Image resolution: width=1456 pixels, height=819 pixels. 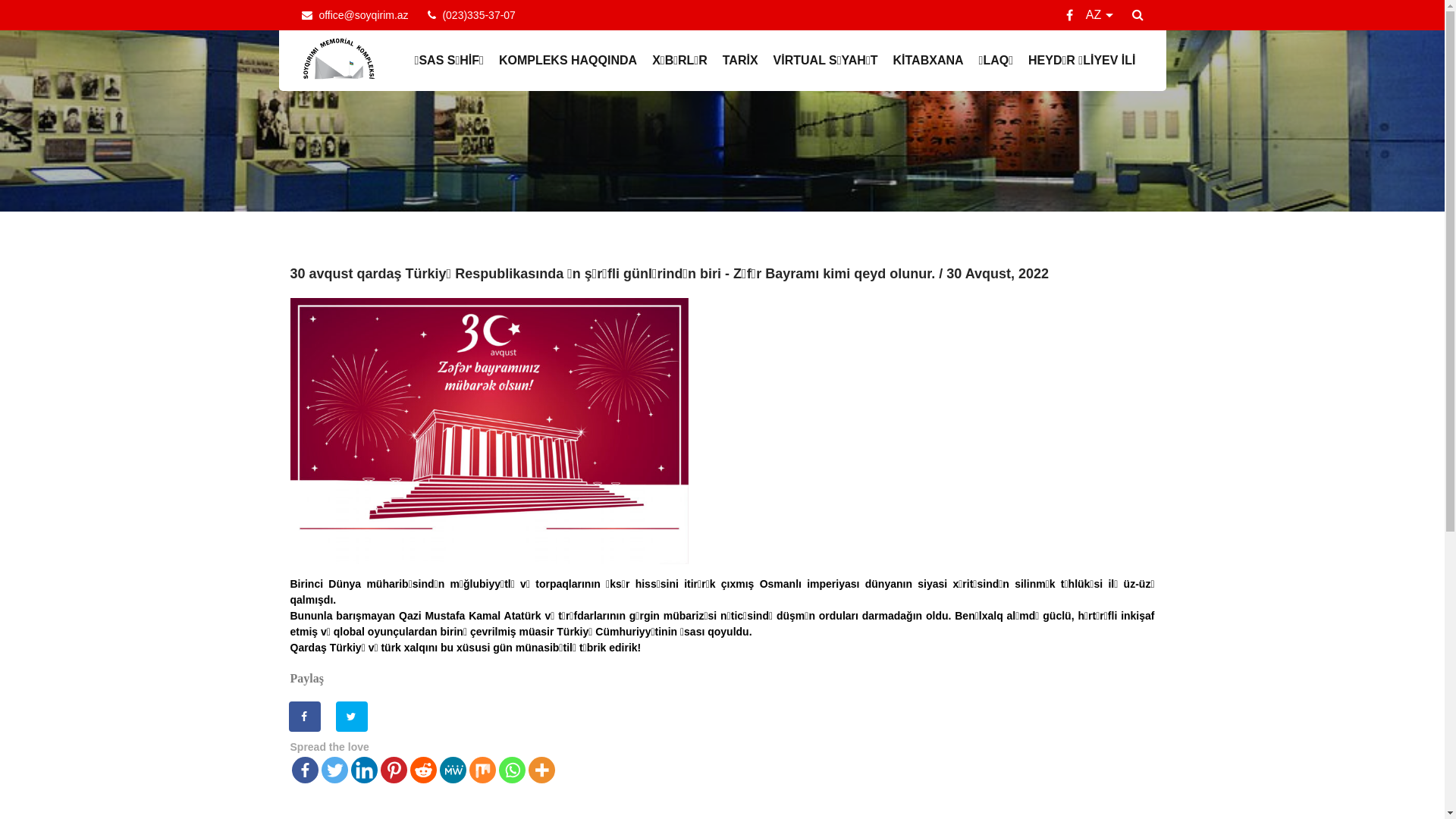 I want to click on 'Twitter', so click(x=334, y=770).